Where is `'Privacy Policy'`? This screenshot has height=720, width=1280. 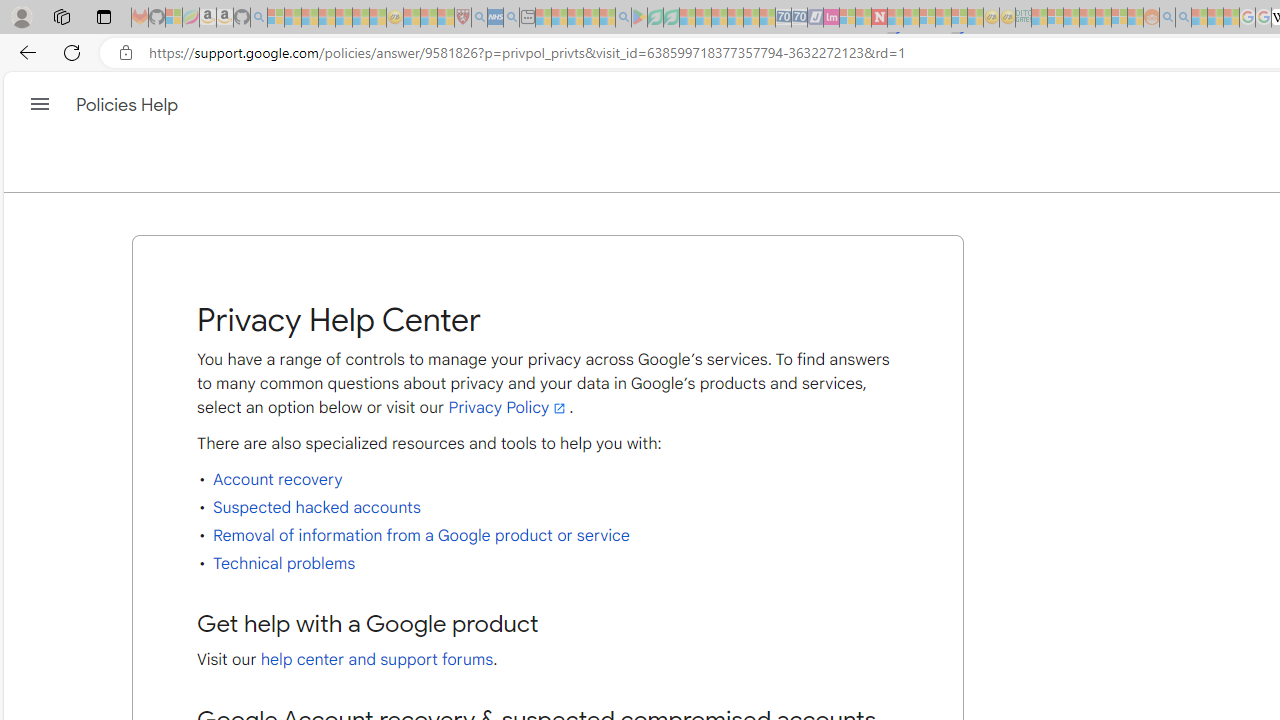
'Privacy Policy' is located at coordinates (508, 407).